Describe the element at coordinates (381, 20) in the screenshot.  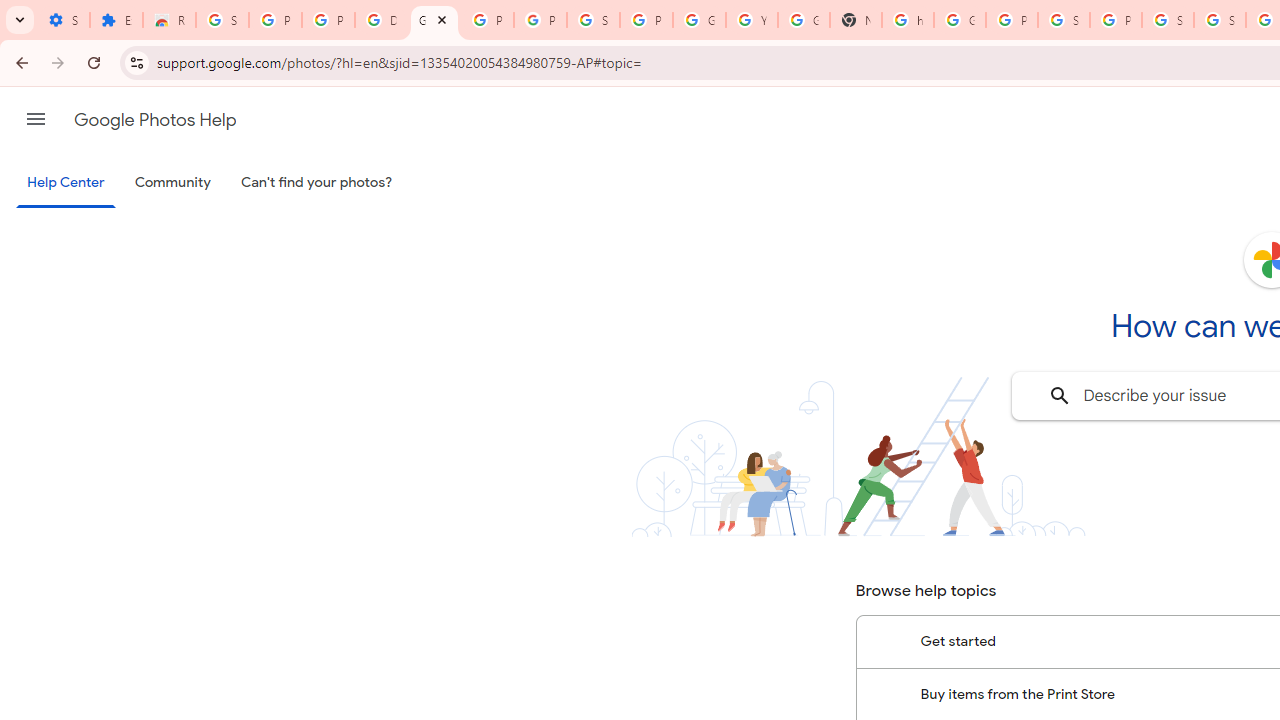
I see `'Delete photos & videos - Computer - Google Photos Help'` at that location.